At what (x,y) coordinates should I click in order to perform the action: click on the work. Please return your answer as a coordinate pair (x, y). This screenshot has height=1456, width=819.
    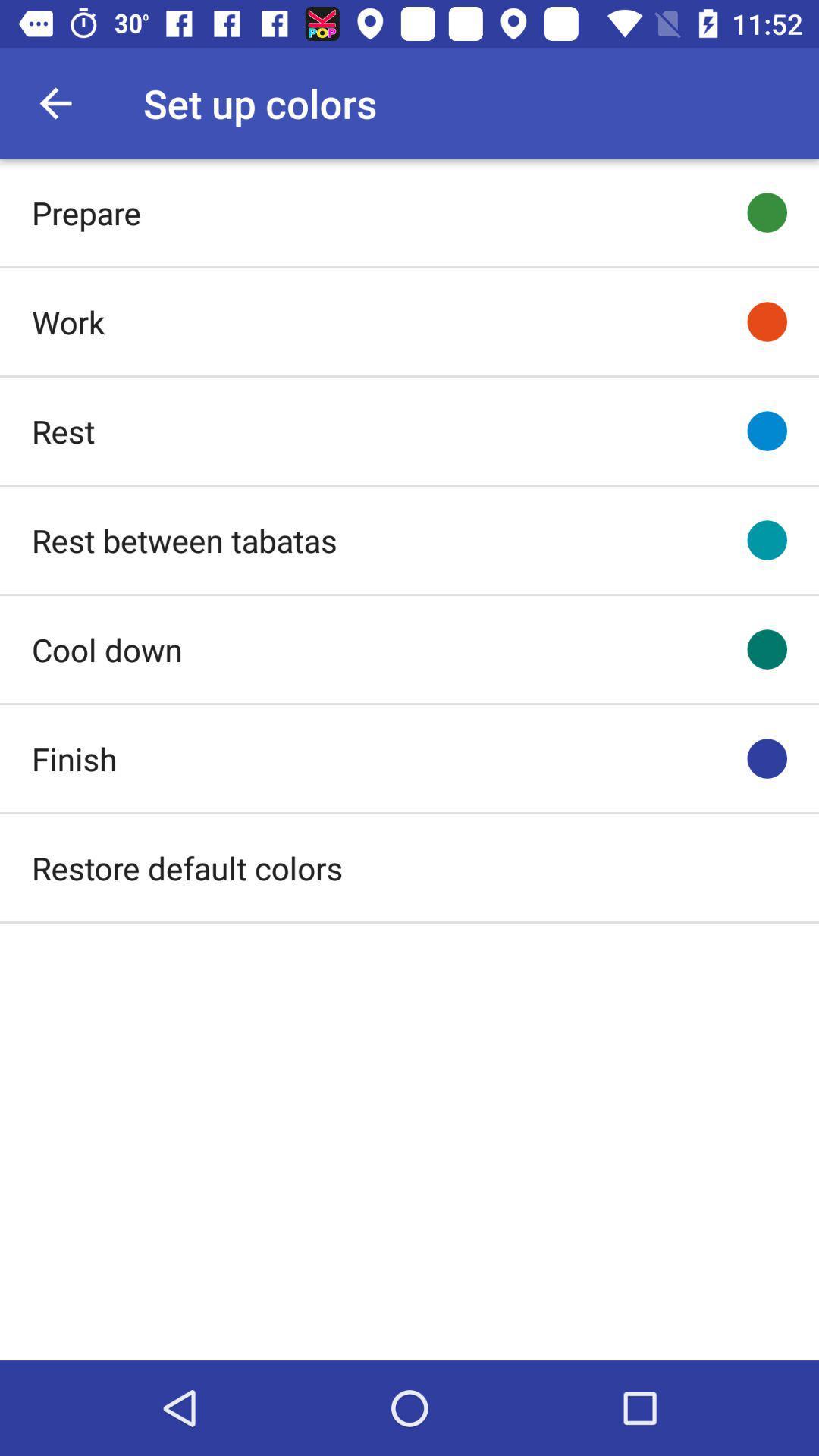
    Looking at the image, I should click on (67, 321).